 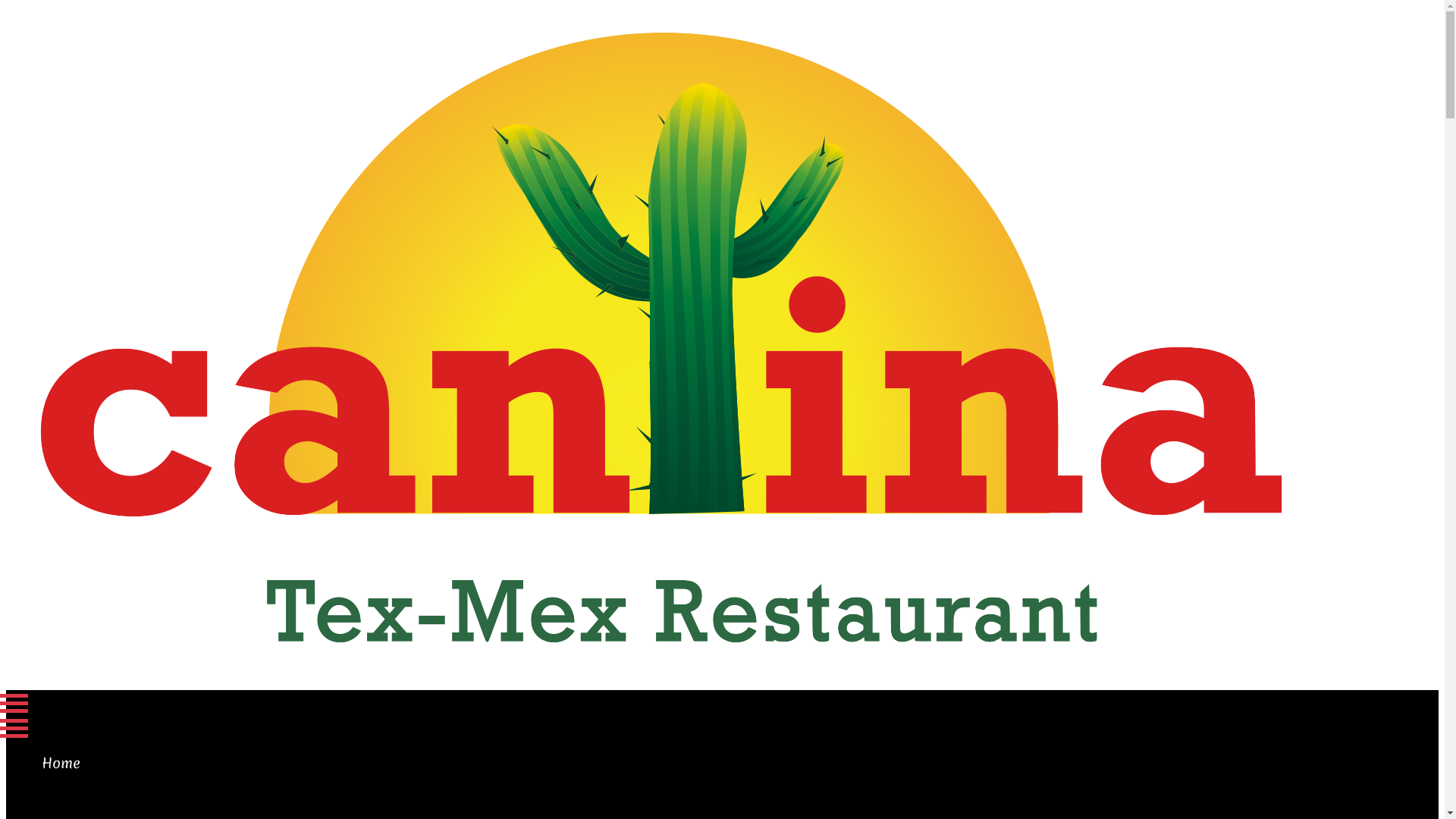 What do you see at coordinates (0, 703) in the screenshot?
I see `'Menu'` at bounding box center [0, 703].